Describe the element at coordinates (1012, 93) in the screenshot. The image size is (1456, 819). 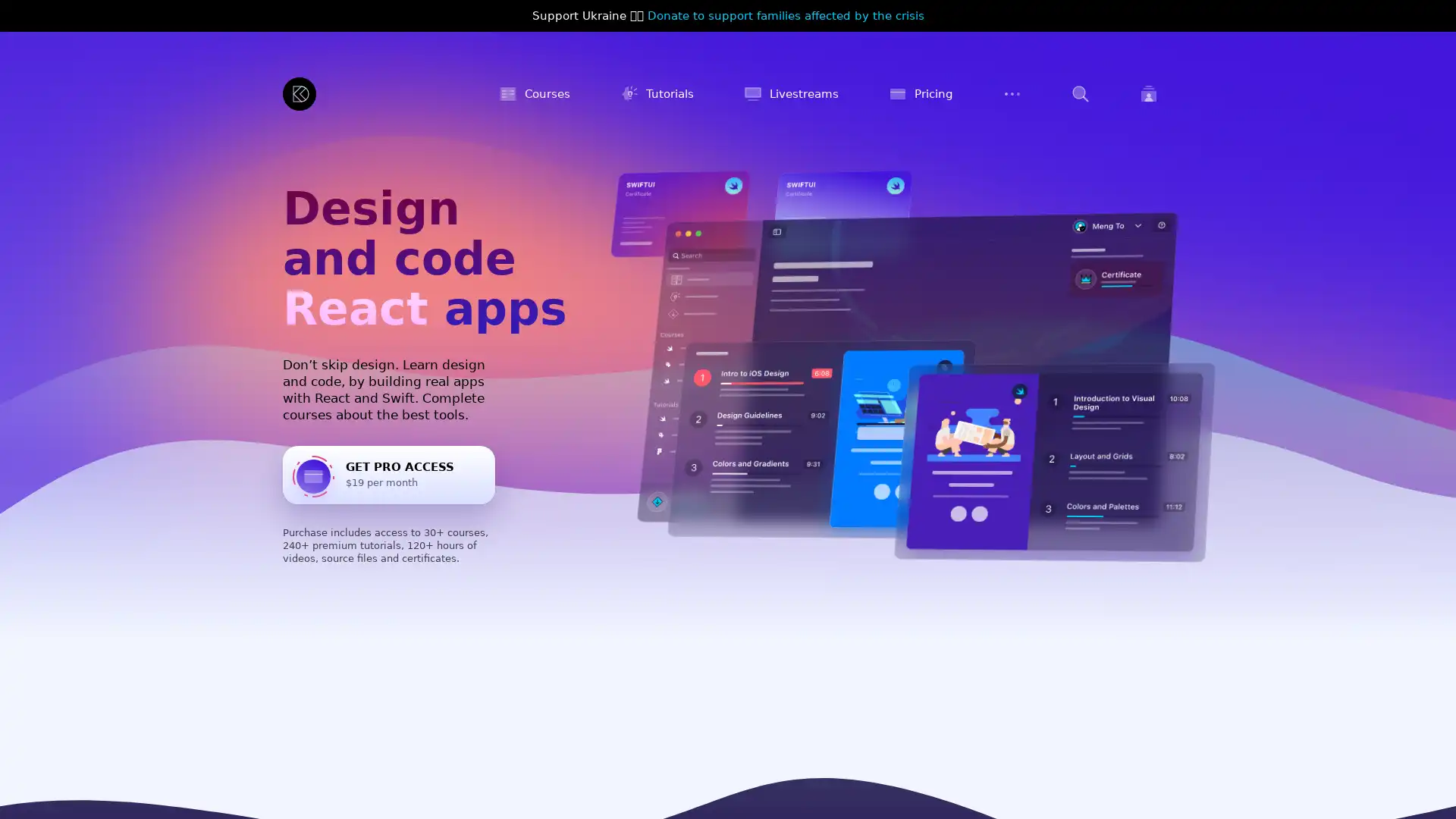
I see `undefined icon` at that location.